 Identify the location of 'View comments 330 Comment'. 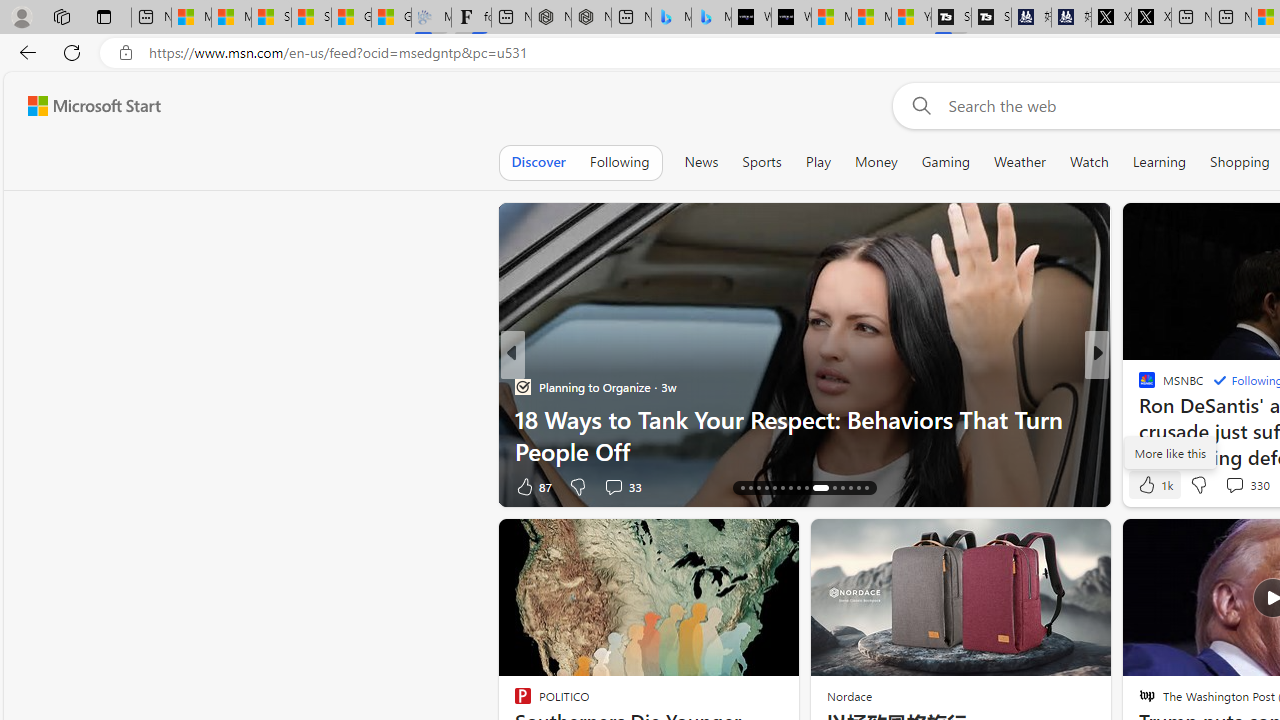
(1245, 484).